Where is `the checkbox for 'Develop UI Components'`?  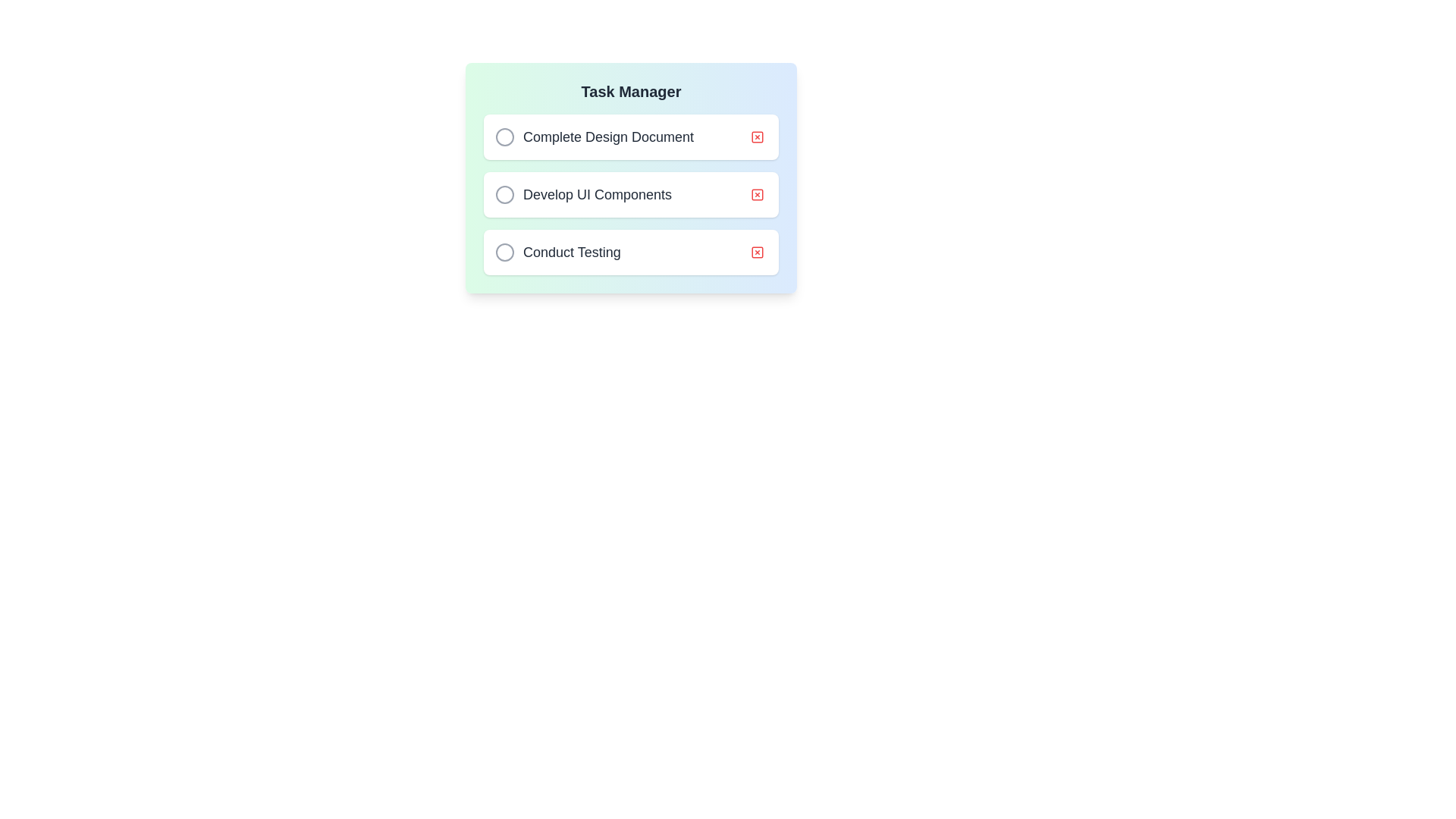 the checkbox for 'Develop UI Components' is located at coordinates (505, 194).